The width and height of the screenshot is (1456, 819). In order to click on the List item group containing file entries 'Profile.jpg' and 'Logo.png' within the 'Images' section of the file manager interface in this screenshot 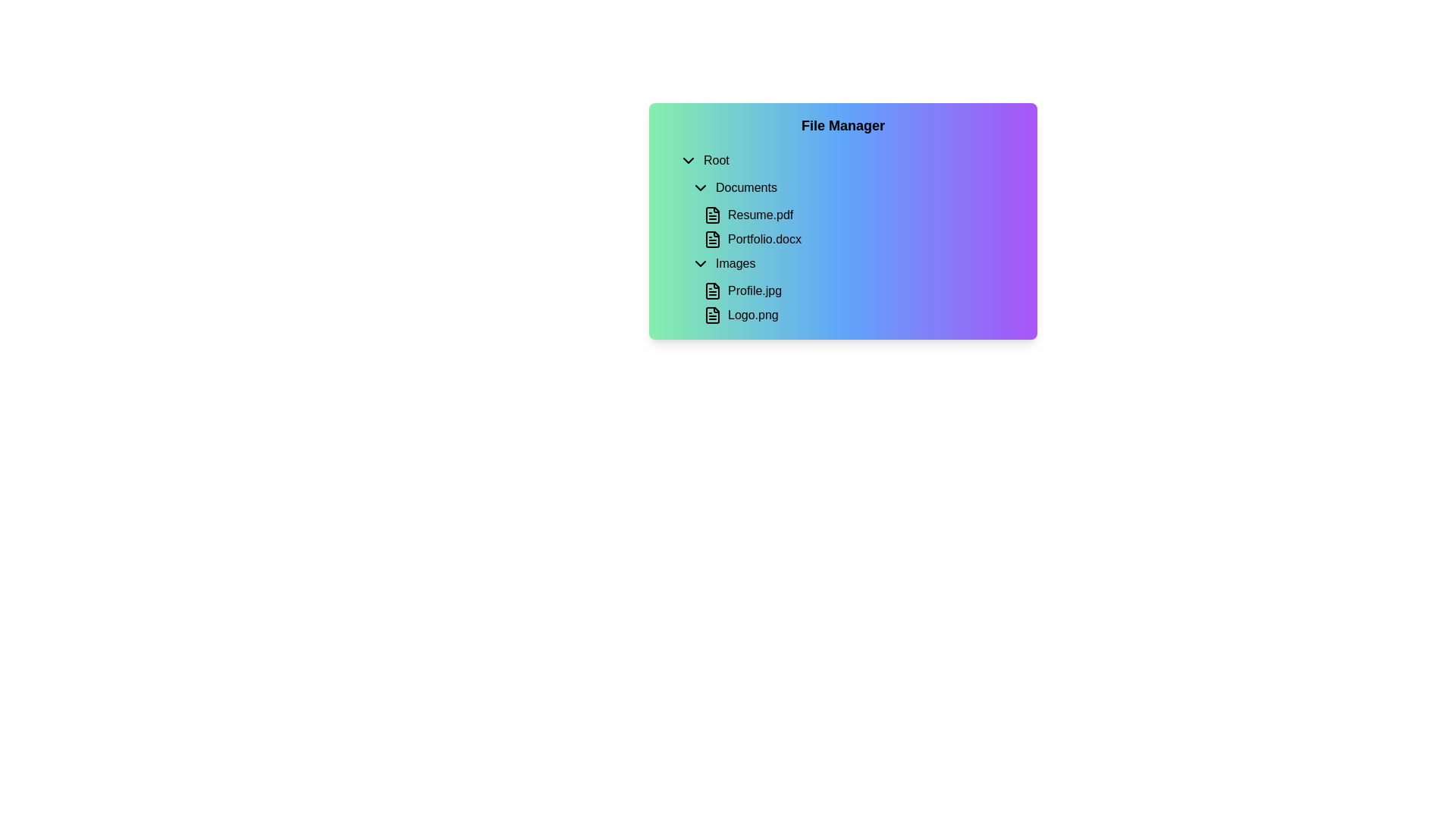, I will do `click(855, 303)`.